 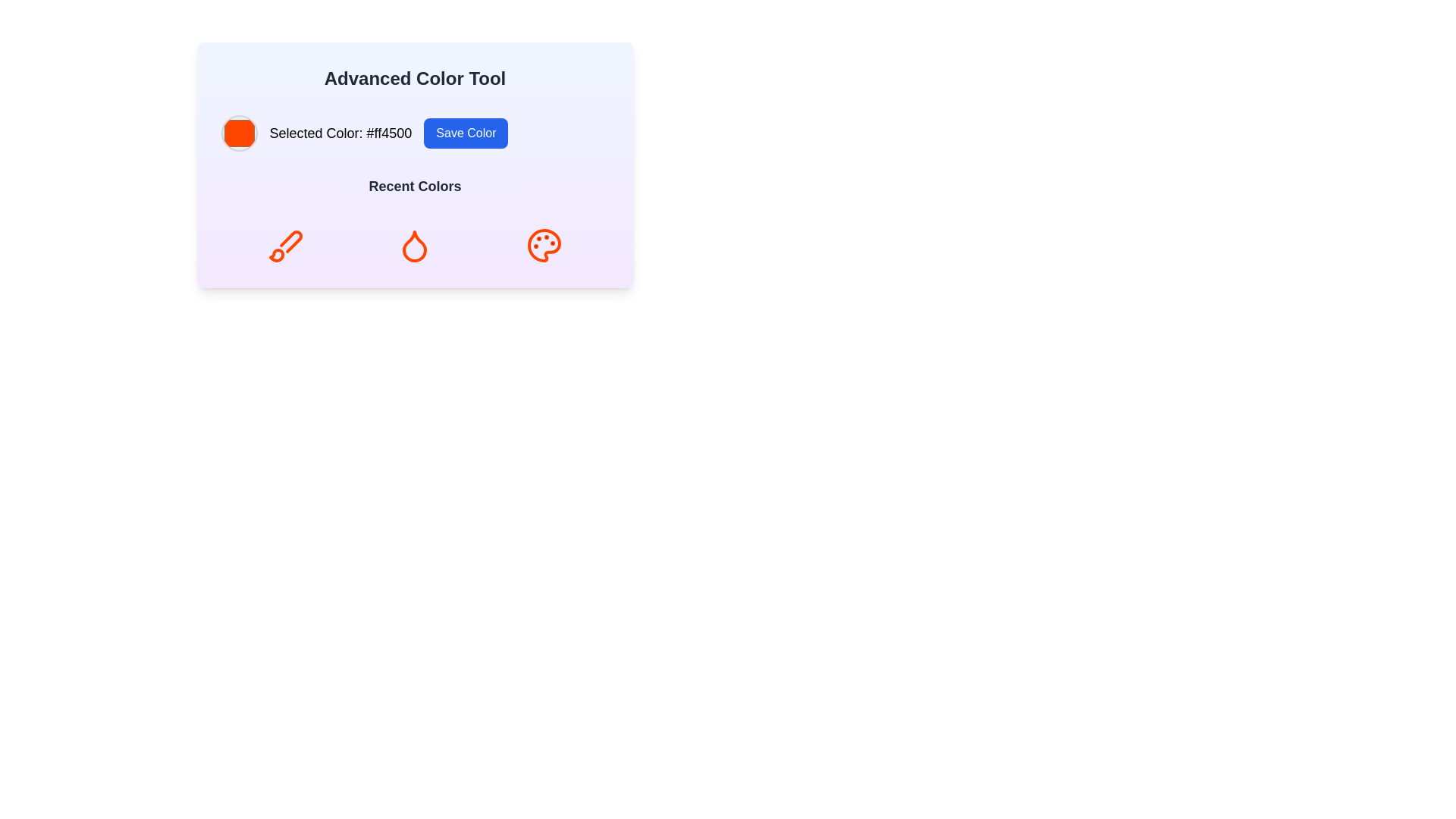 What do you see at coordinates (415, 245) in the screenshot?
I see `the middle icon in the 'Advanced Color Tool' section` at bounding box center [415, 245].